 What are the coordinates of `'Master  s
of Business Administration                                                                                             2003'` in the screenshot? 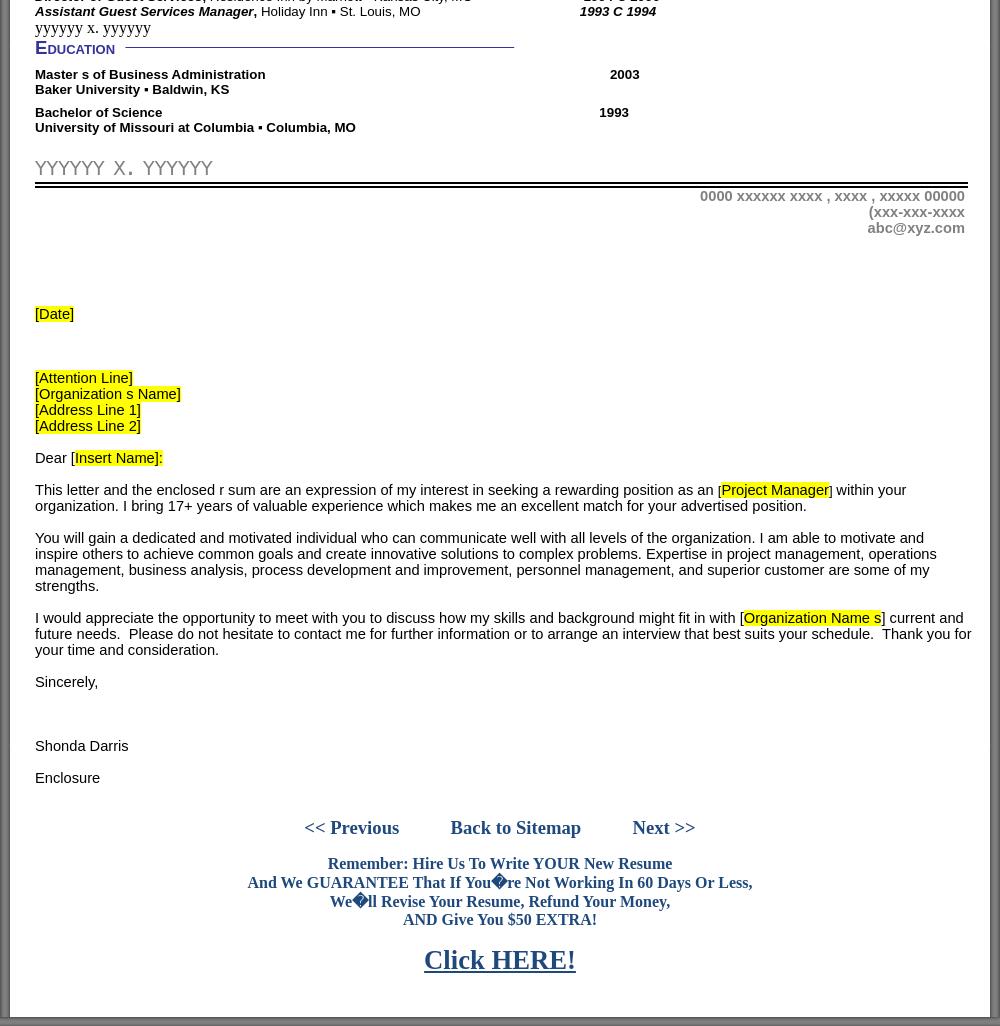 It's located at (336, 73).